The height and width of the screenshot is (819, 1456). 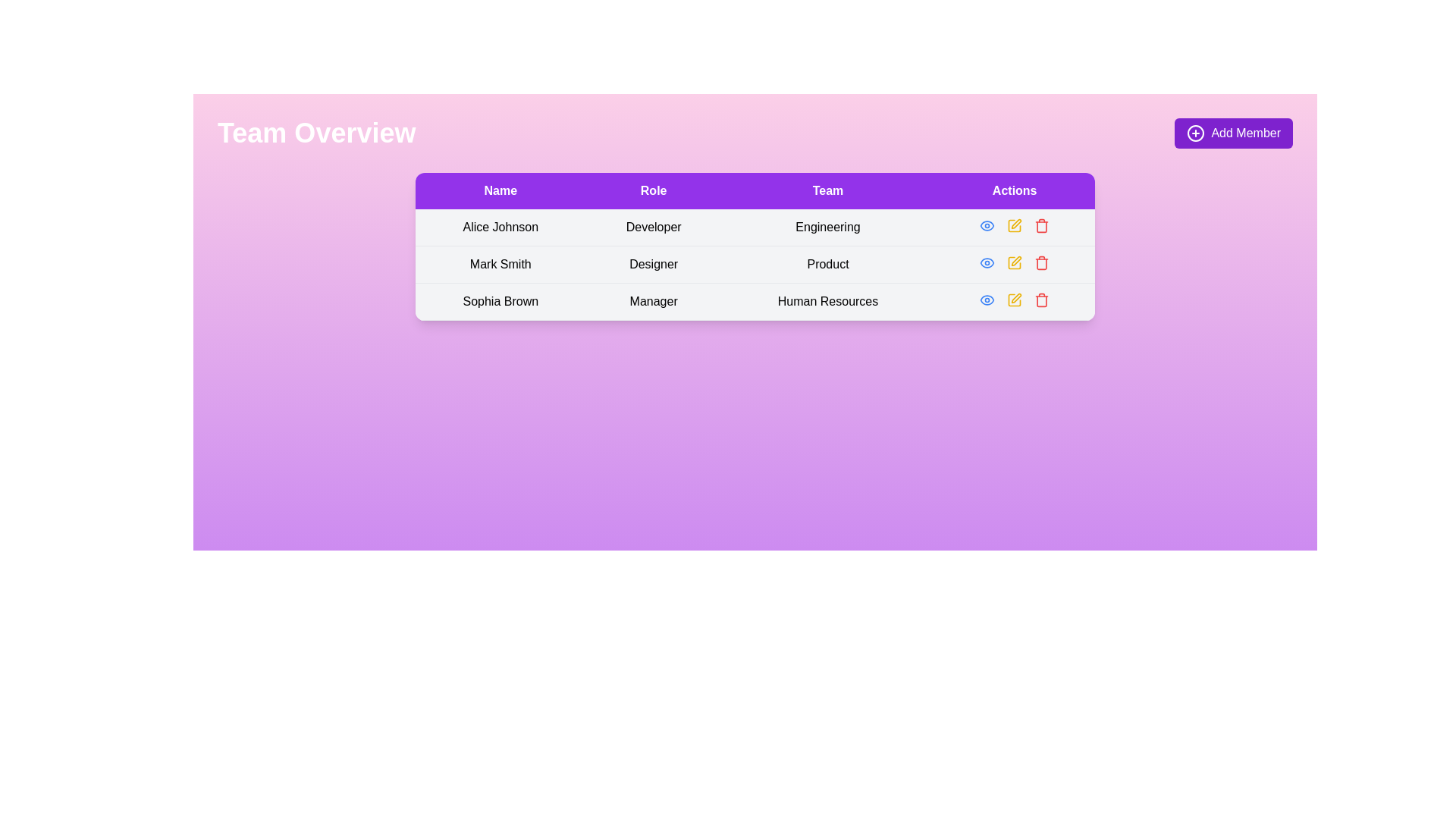 What do you see at coordinates (1015, 262) in the screenshot?
I see `the edit icon button in the 'Actions' column of the table under the 'Mark Smith' row` at bounding box center [1015, 262].